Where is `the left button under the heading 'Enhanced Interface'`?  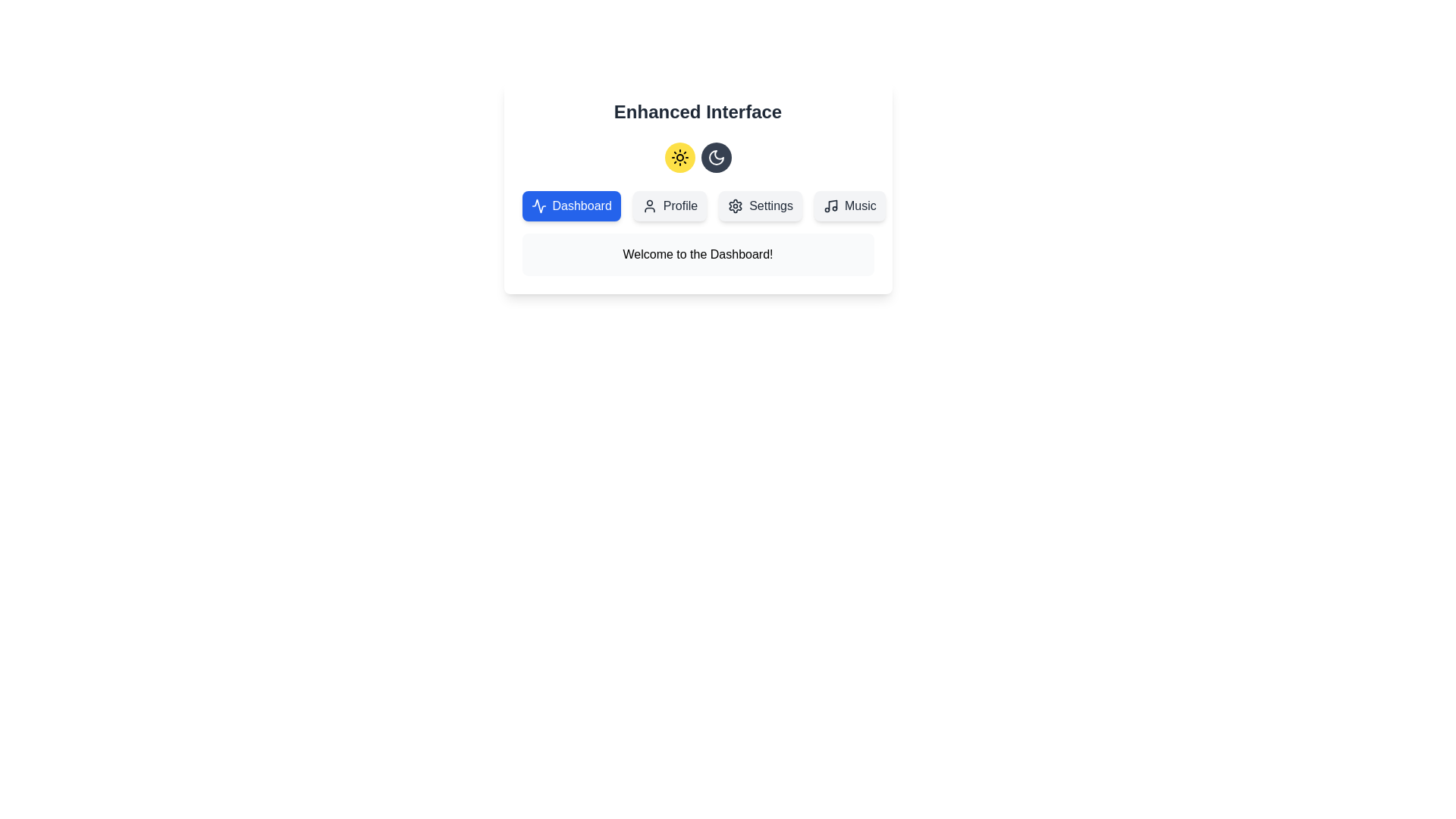 the left button under the heading 'Enhanced Interface' is located at coordinates (679, 158).